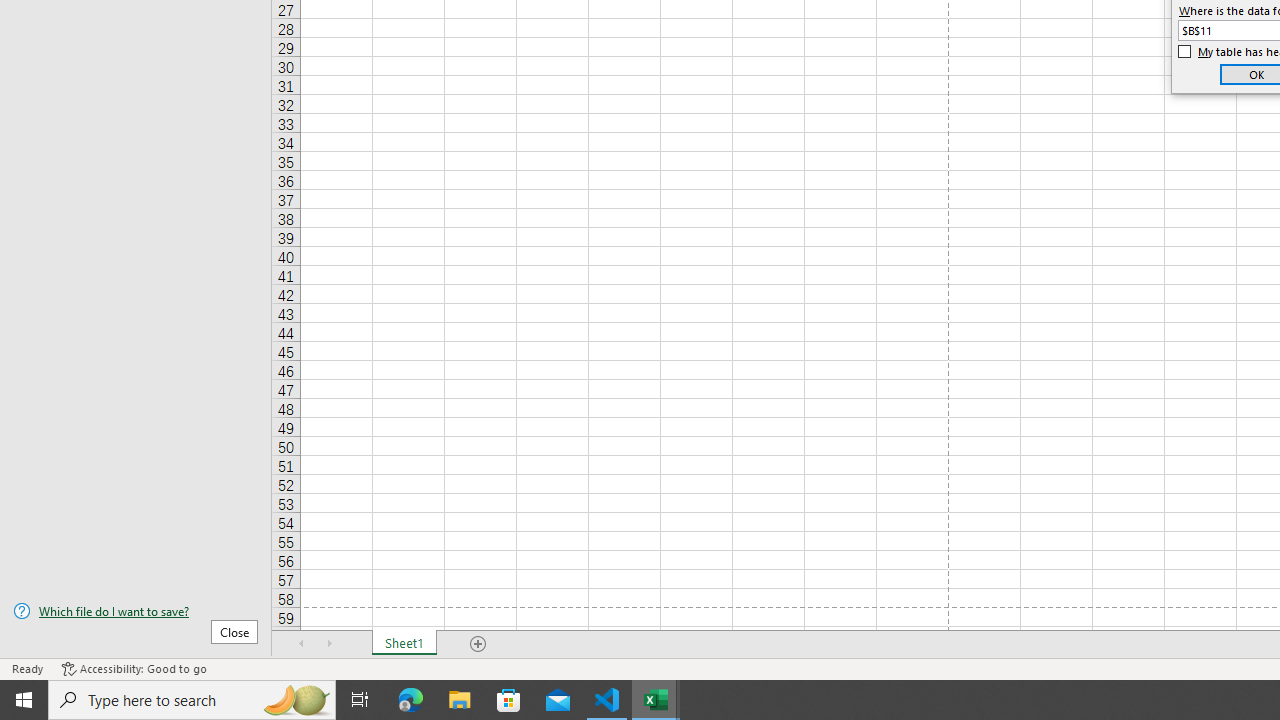 The width and height of the screenshot is (1280, 720). I want to click on 'Sheet1', so click(403, 644).